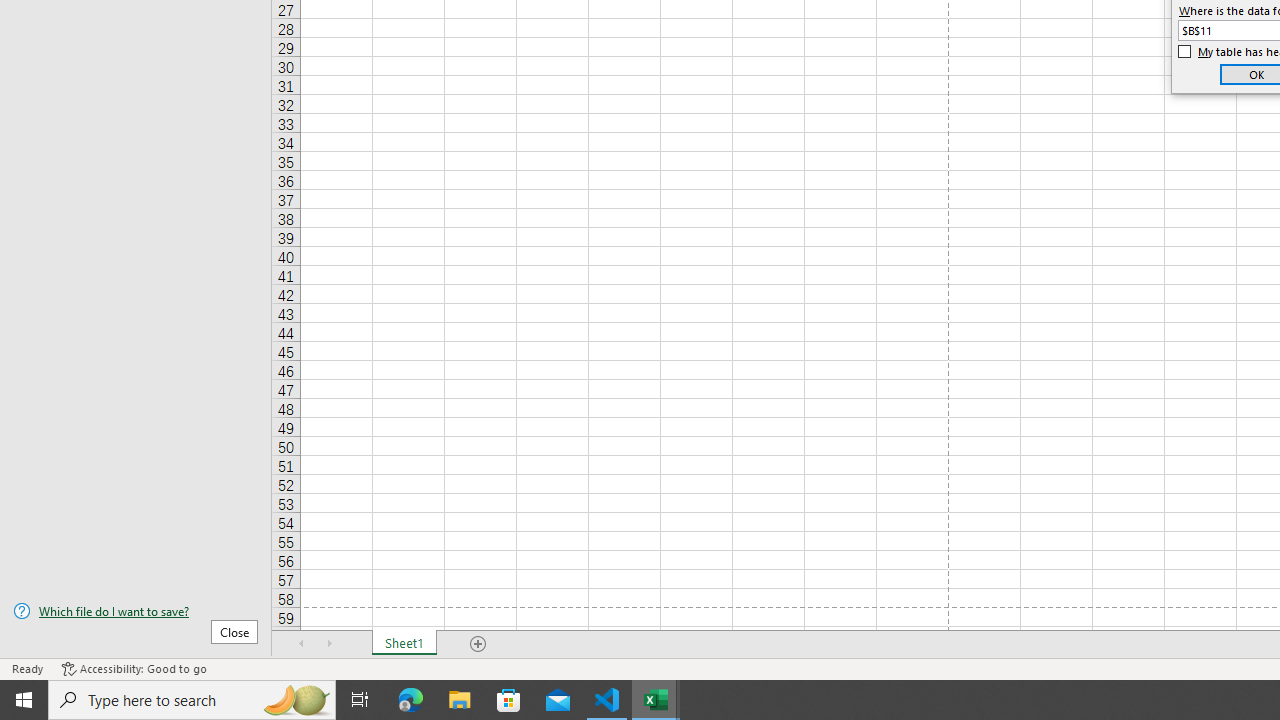 The width and height of the screenshot is (1280, 720). I want to click on 'Sheet1', so click(403, 644).